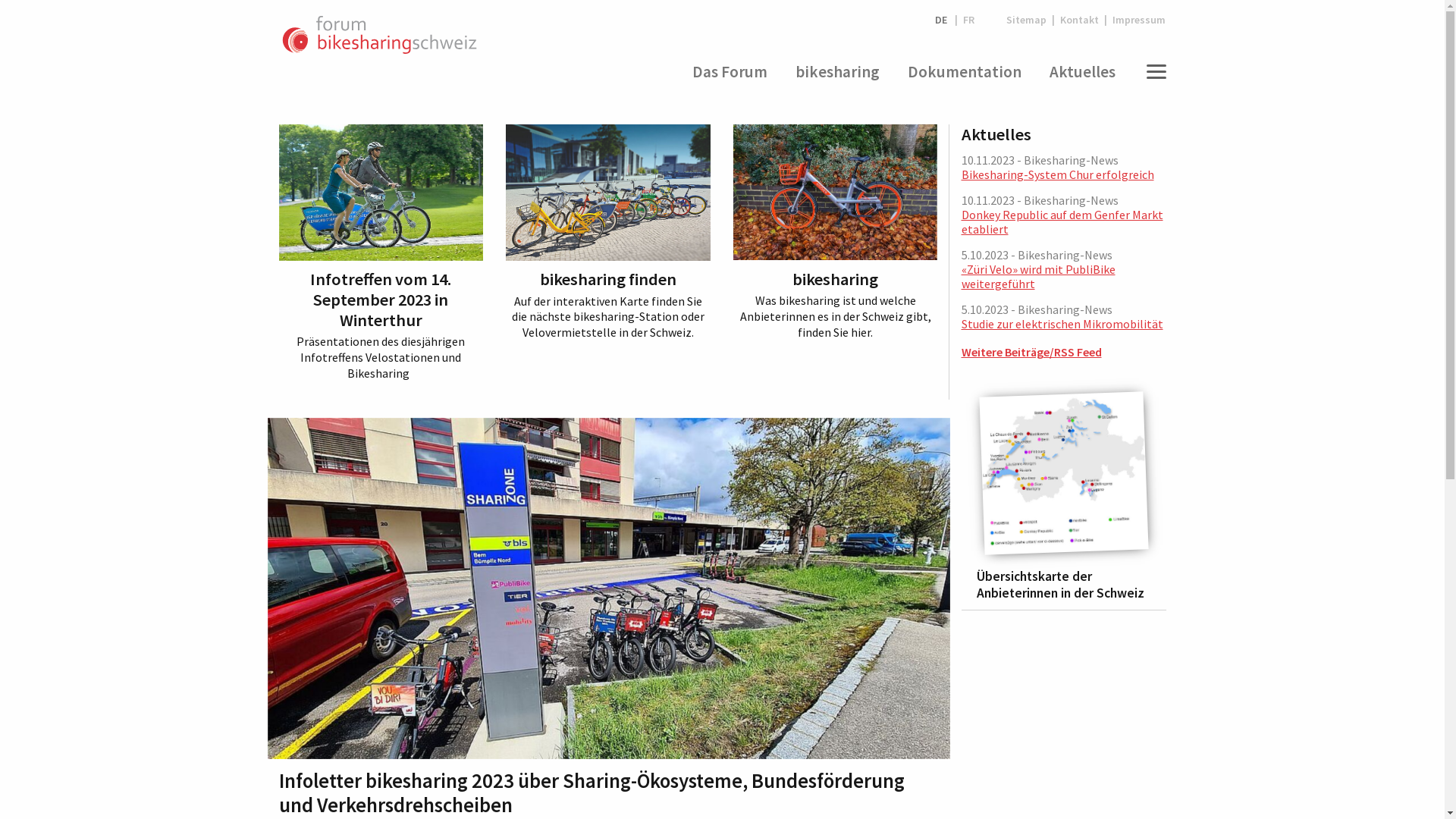 The image size is (1456, 819). Describe the element at coordinates (1026, 20) in the screenshot. I see `'Sitemap'` at that location.